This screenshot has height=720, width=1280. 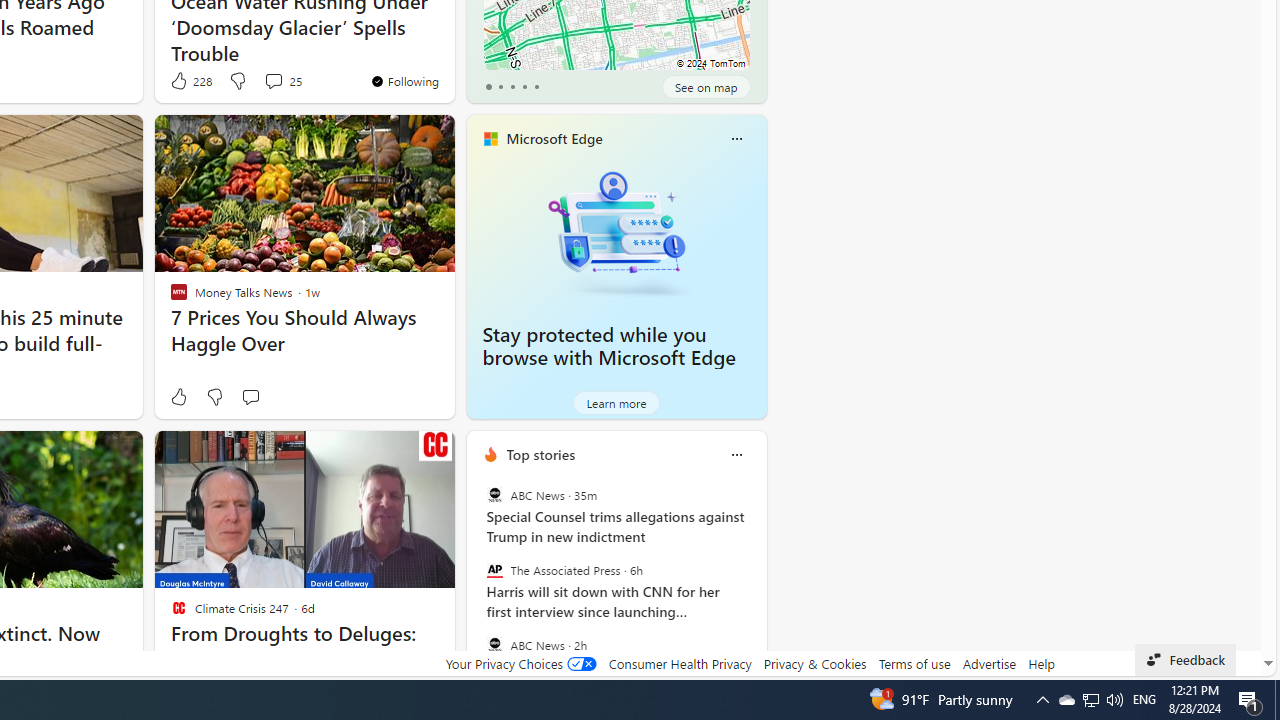 What do you see at coordinates (913, 663) in the screenshot?
I see `'Terms of use'` at bounding box center [913, 663].